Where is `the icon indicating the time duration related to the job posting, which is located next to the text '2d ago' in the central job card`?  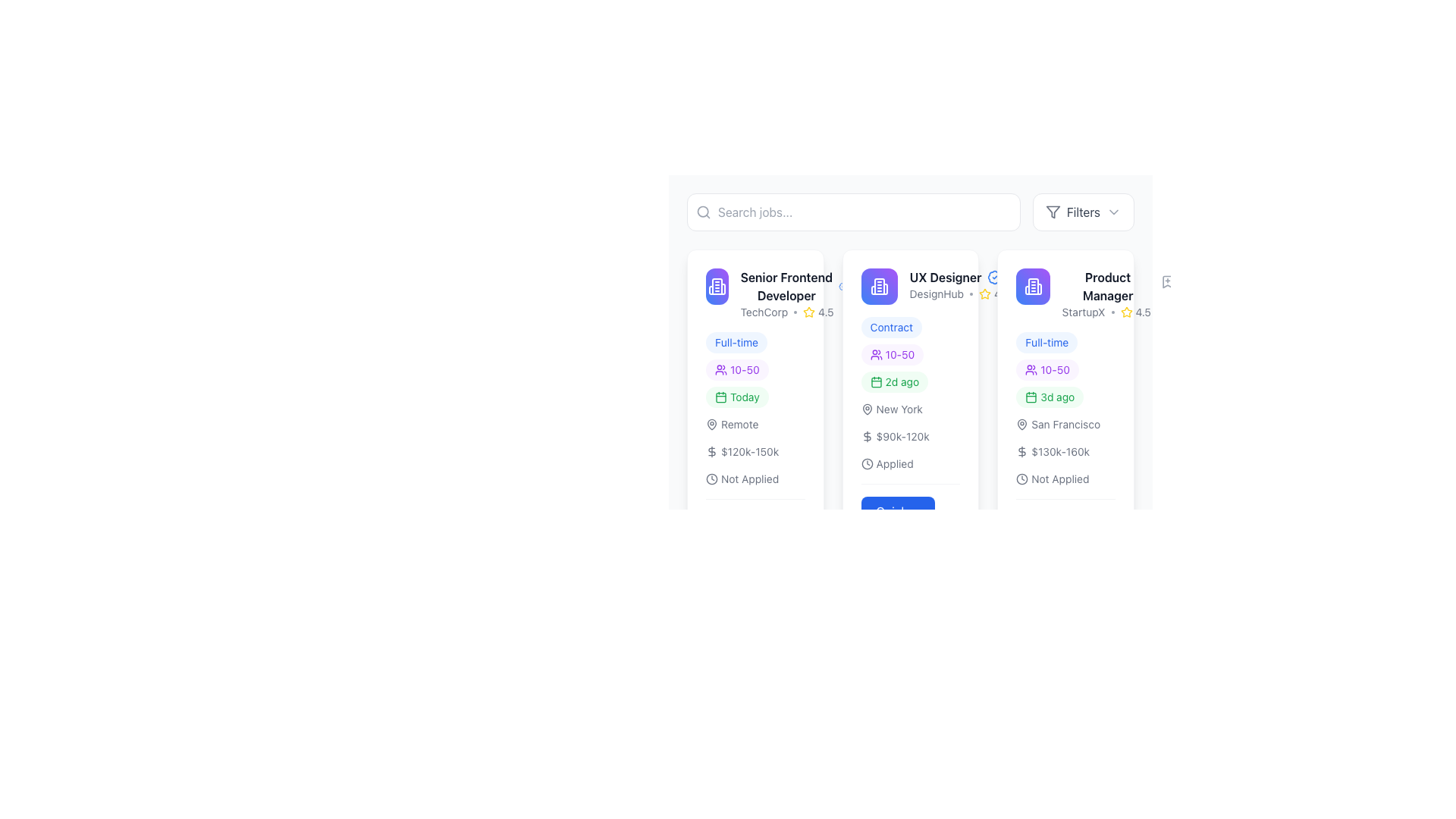 the icon indicating the time duration related to the job posting, which is located next to the text '2d ago' in the central job card is located at coordinates (876, 381).